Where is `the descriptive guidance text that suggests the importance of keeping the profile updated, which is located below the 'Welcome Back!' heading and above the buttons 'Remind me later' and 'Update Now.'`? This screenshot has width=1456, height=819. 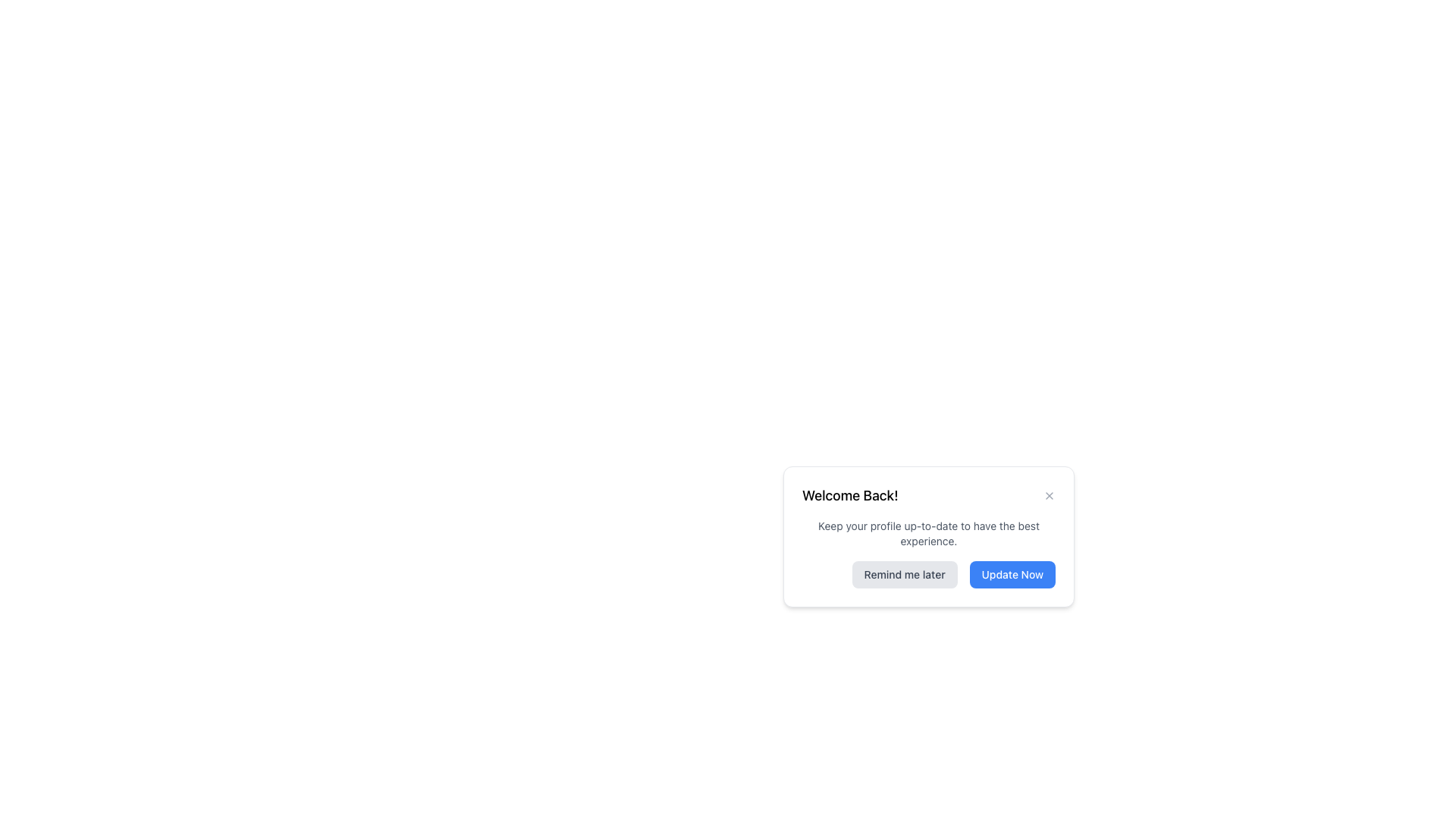
the descriptive guidance text that suggests the importance of keeping the profile updated, which is located below the 'Welcome Back!' heading and above the buttons 'Remind me later' and 'Update Now.' is located at coordinates (927, 533).